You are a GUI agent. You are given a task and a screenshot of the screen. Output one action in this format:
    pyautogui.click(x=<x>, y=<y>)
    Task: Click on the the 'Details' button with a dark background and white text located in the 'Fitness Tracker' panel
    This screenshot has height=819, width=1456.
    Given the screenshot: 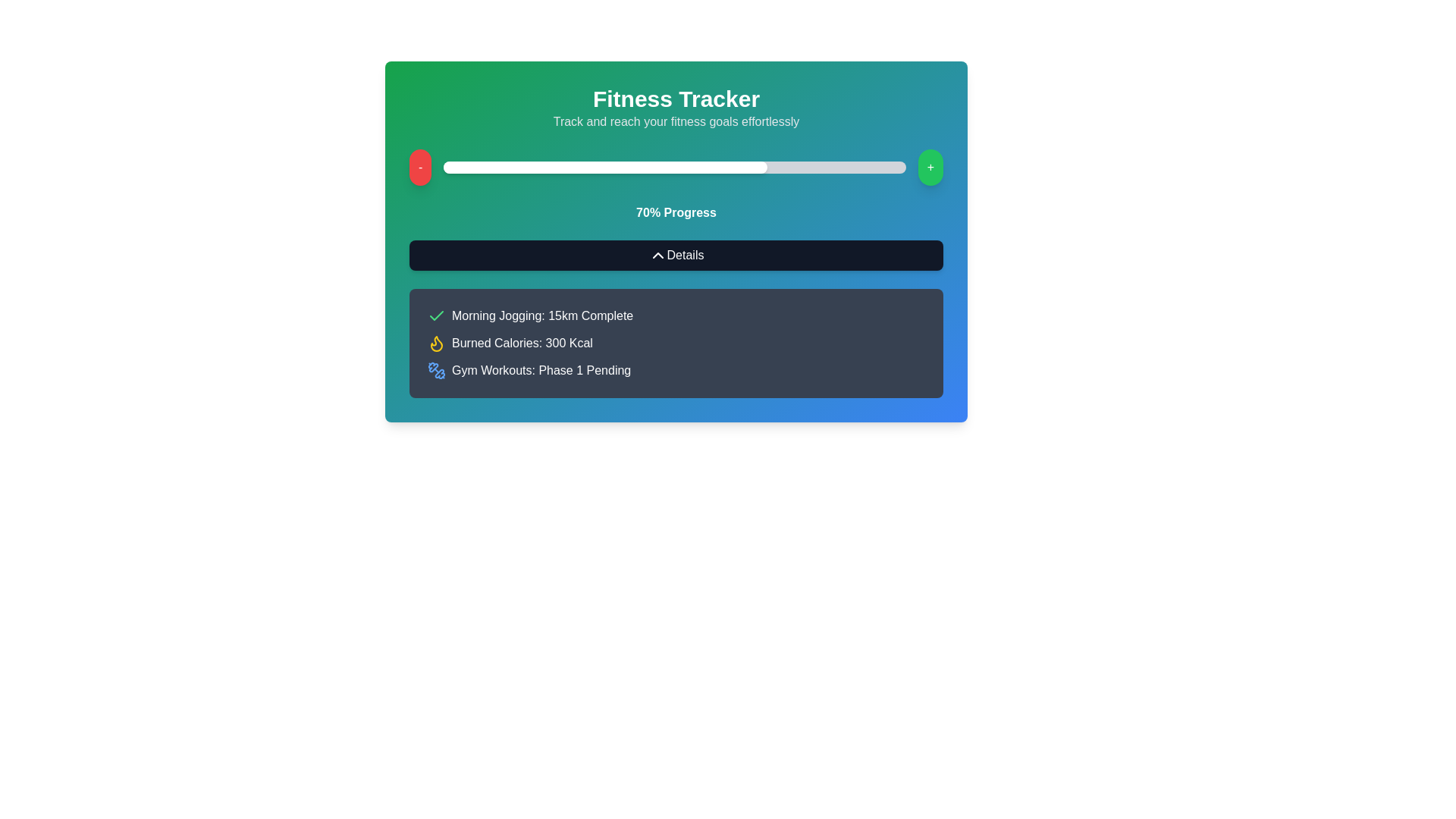 What is the action you would take?
    pyautogui.click(x=676, y=254)
    